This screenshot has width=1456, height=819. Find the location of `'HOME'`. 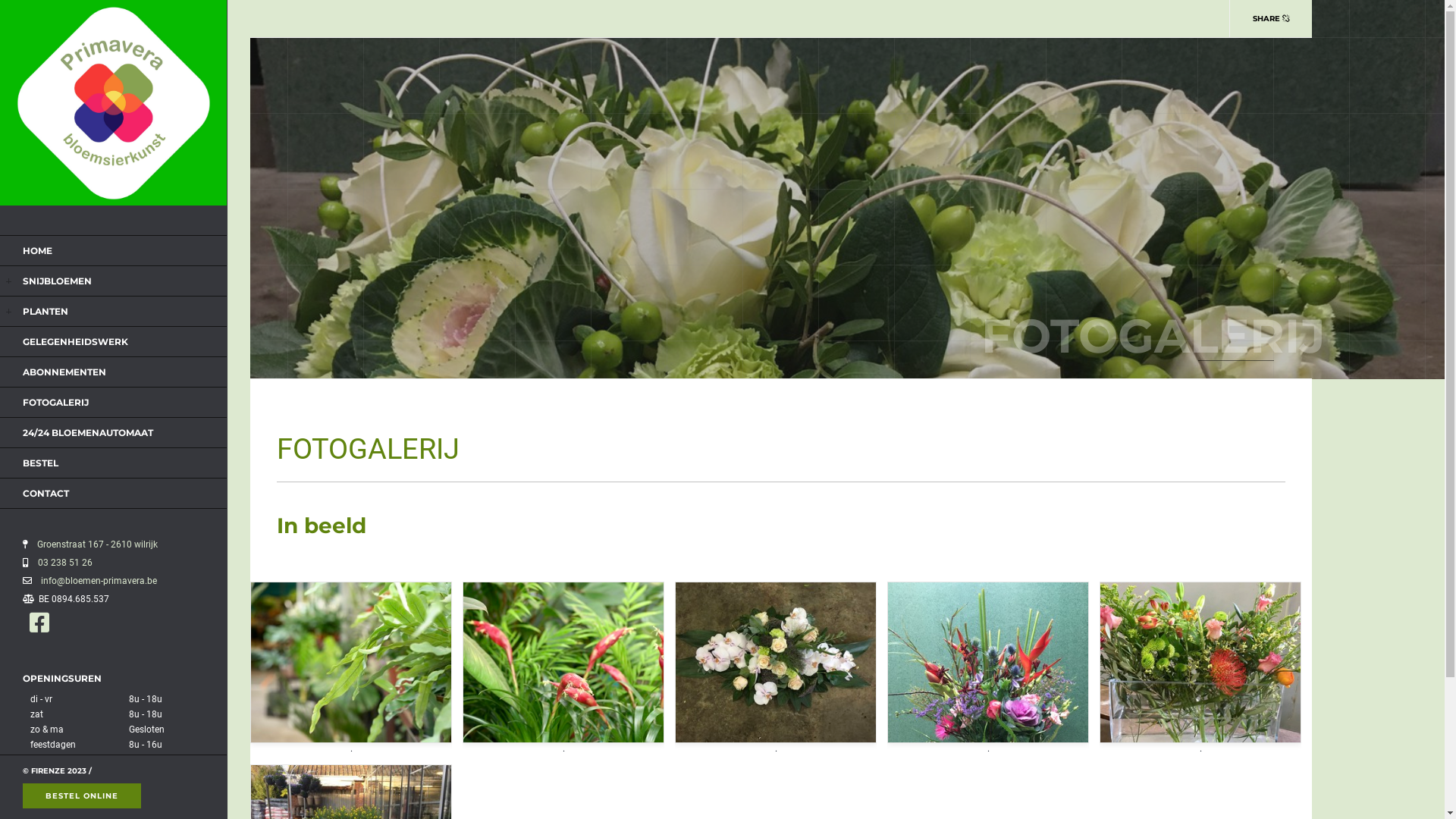

'HOME' is located at coordinates (22, 249).